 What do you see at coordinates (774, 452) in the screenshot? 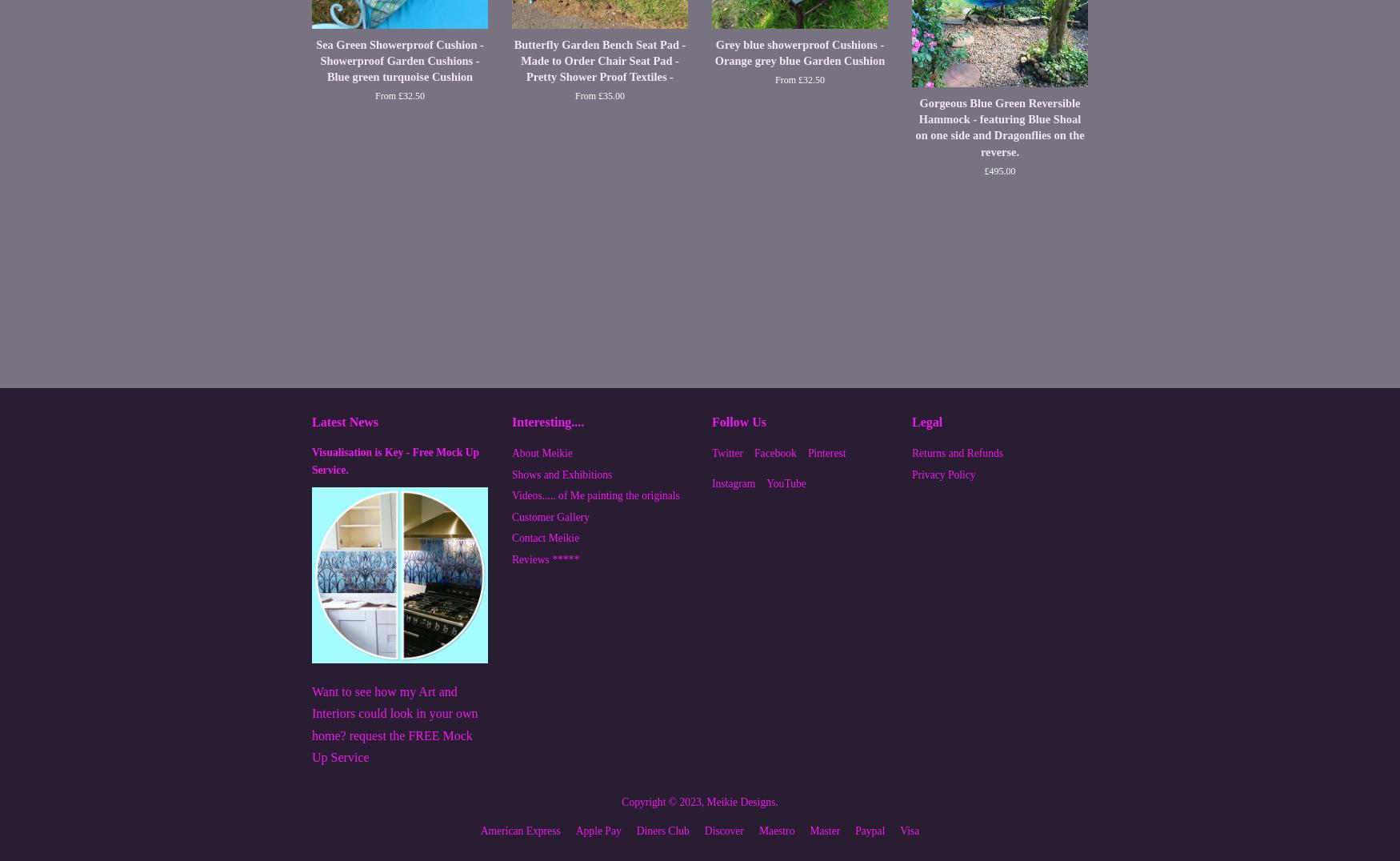
I see `'Facebook'` at bounding box center [774, 452].